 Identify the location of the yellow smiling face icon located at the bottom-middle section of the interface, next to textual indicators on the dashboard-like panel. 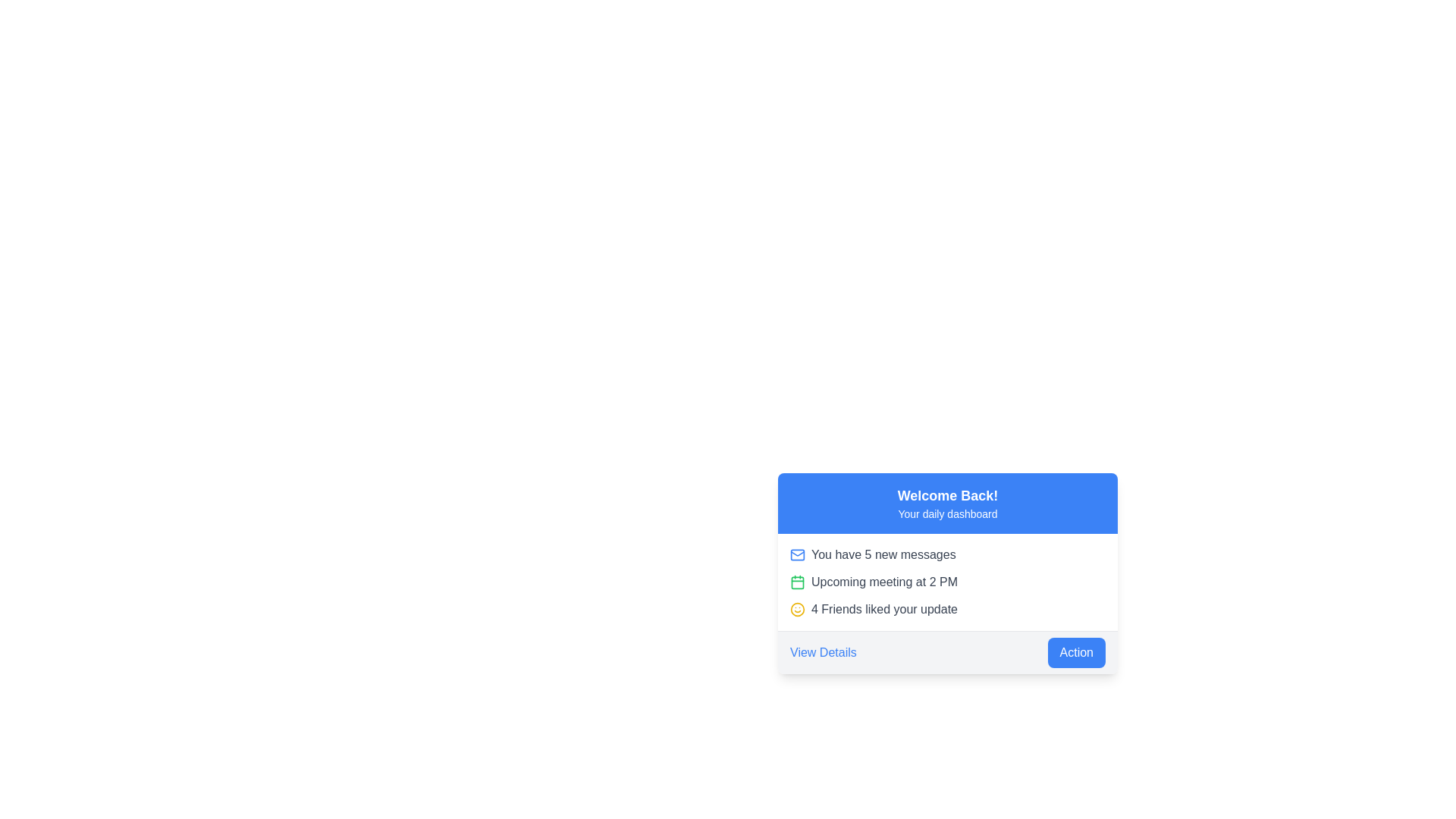
(796, 608).